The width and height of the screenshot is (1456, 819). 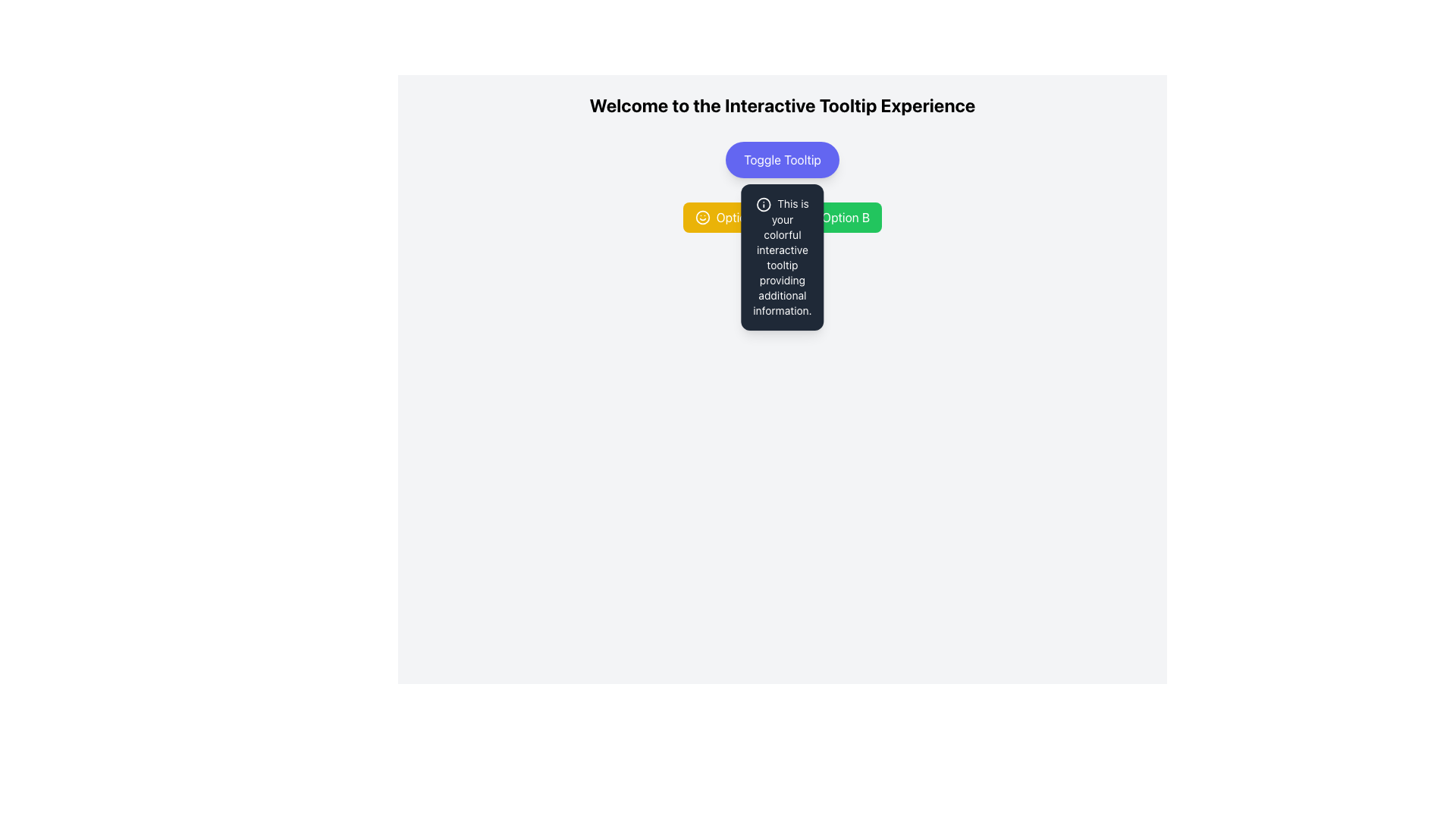 I want to click on the prominent title text that reads 'Welcome to the Interactive Tooltip Experience', which is styled in bold, black and positioned at the top of the interface, so click(x=783, y=104).